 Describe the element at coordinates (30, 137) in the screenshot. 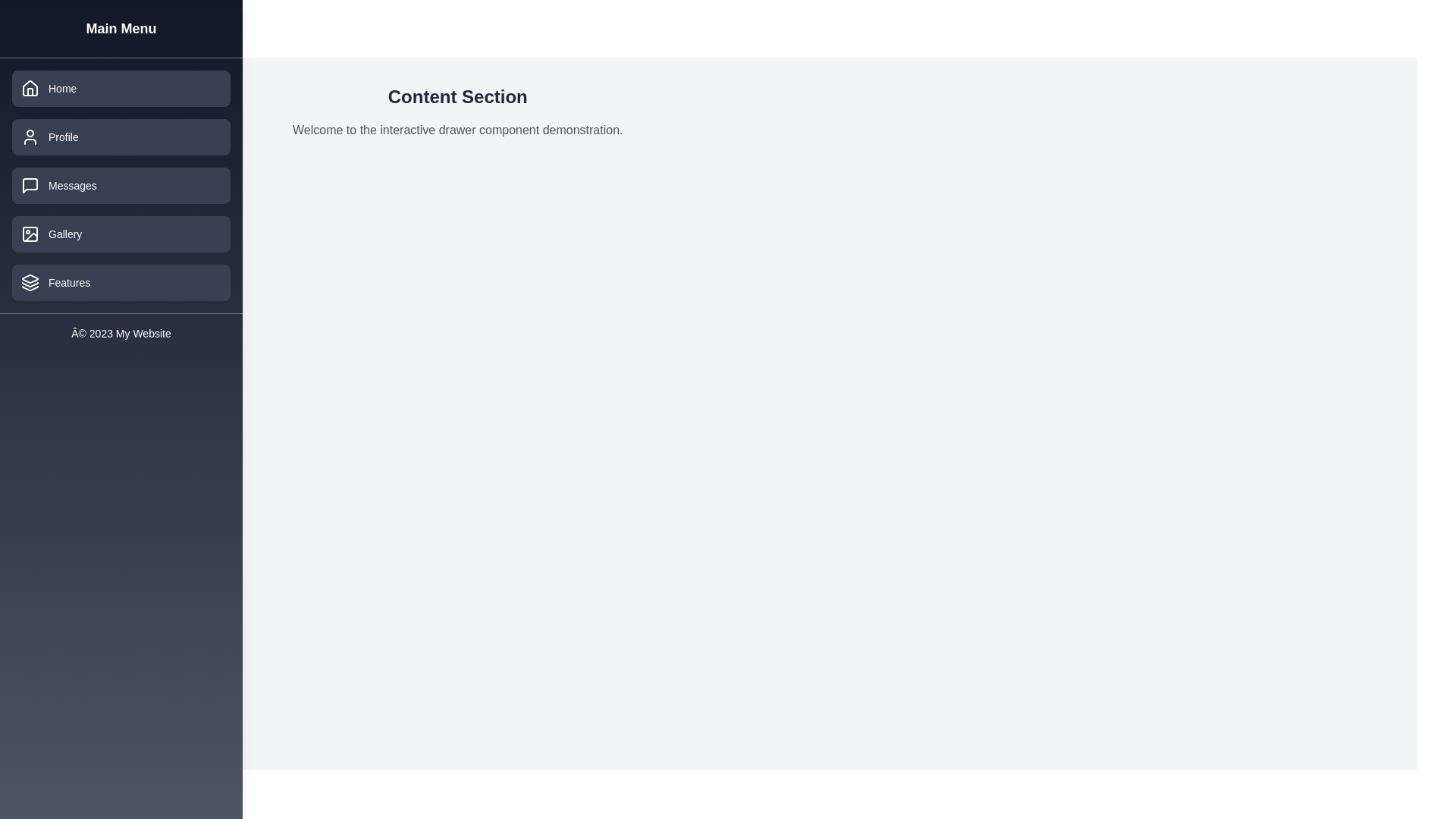

I see `the SVG Icon that represents the user profile or account settings, located inside the 'Profile' button in the left sidebar` at that location.